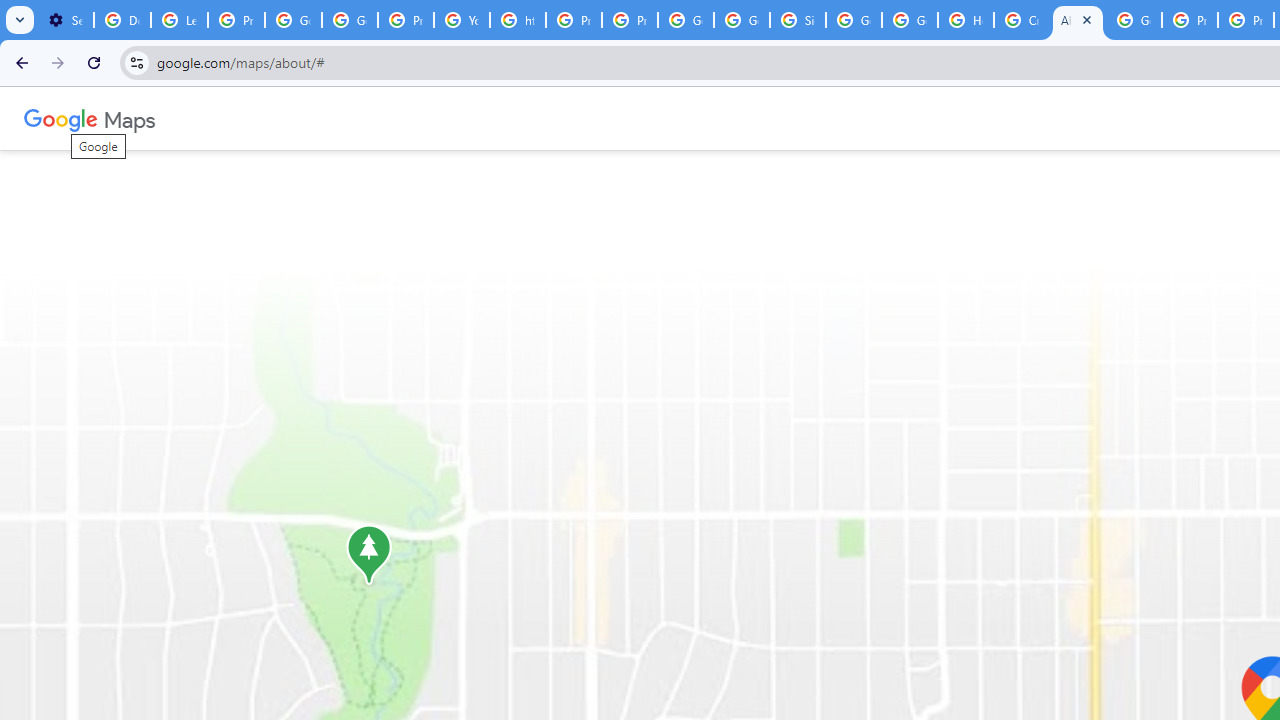 The height and width of the screenshot is (720, 1280). I want to click on 'System', so click(10, 11).